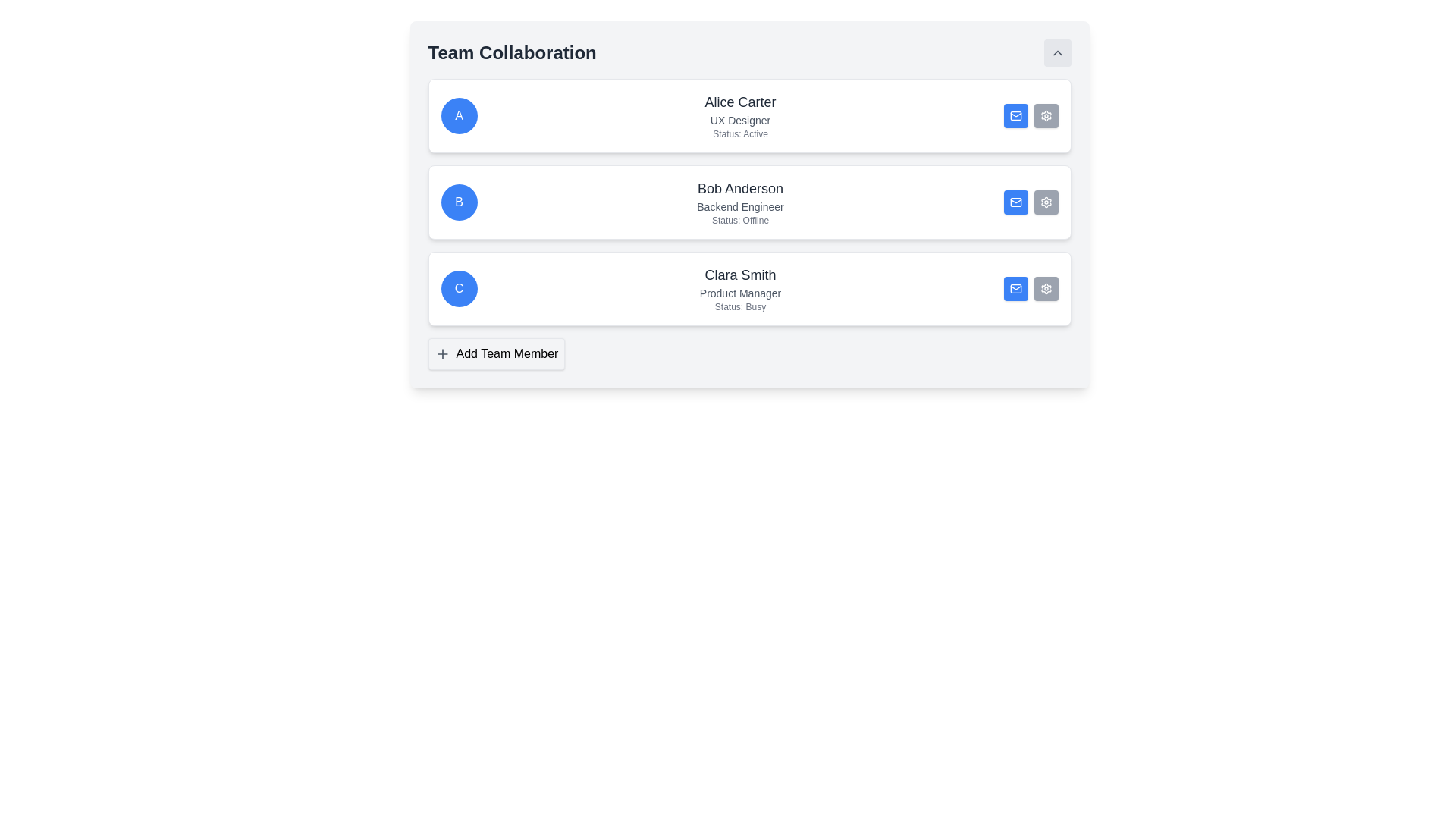 This screenshot has width=1456, height=819. What do you see at coordinates (740, 220) in the screenshot?
I see `the text label displaying the online status of Bob Anderson, which indicates that he is offline` at bounding box center [740, 220].